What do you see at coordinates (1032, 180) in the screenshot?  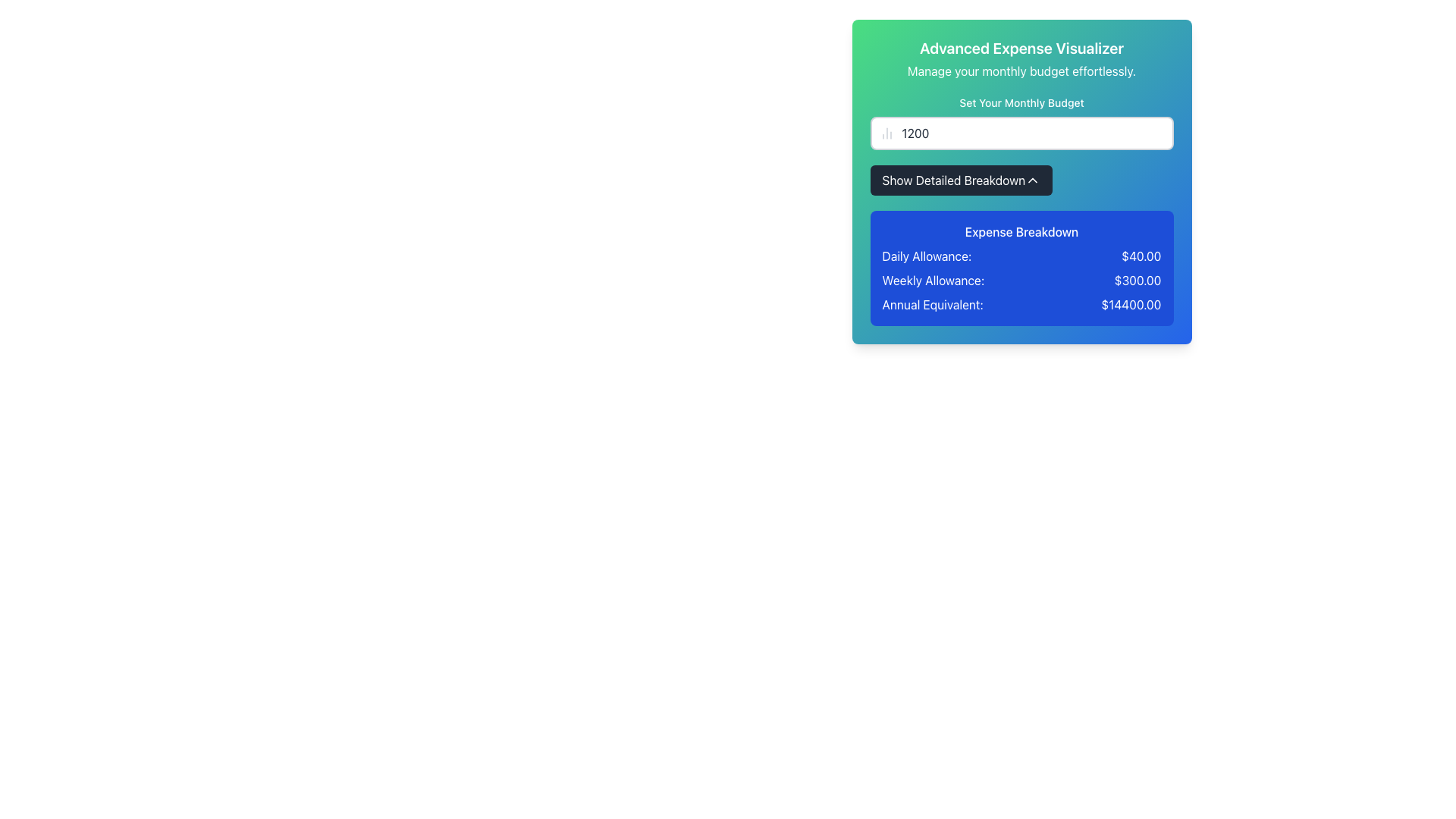 I see `the downward-pointing chevron icon at the right end of the 'Show Detailed Breakdown' button` at bounding box center [1032, 180].